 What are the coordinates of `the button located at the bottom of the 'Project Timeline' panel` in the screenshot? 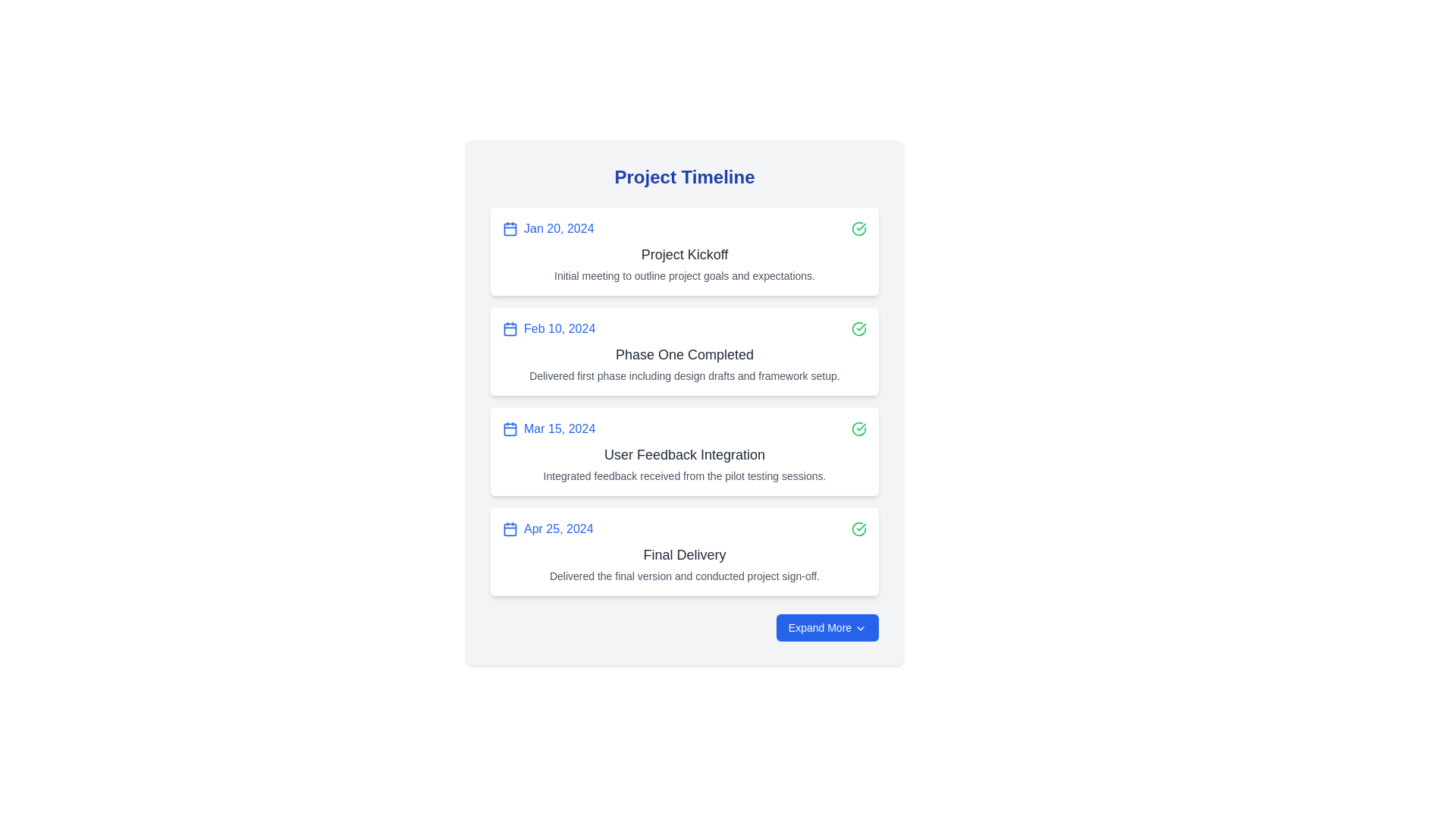 It's located at (683, 628).